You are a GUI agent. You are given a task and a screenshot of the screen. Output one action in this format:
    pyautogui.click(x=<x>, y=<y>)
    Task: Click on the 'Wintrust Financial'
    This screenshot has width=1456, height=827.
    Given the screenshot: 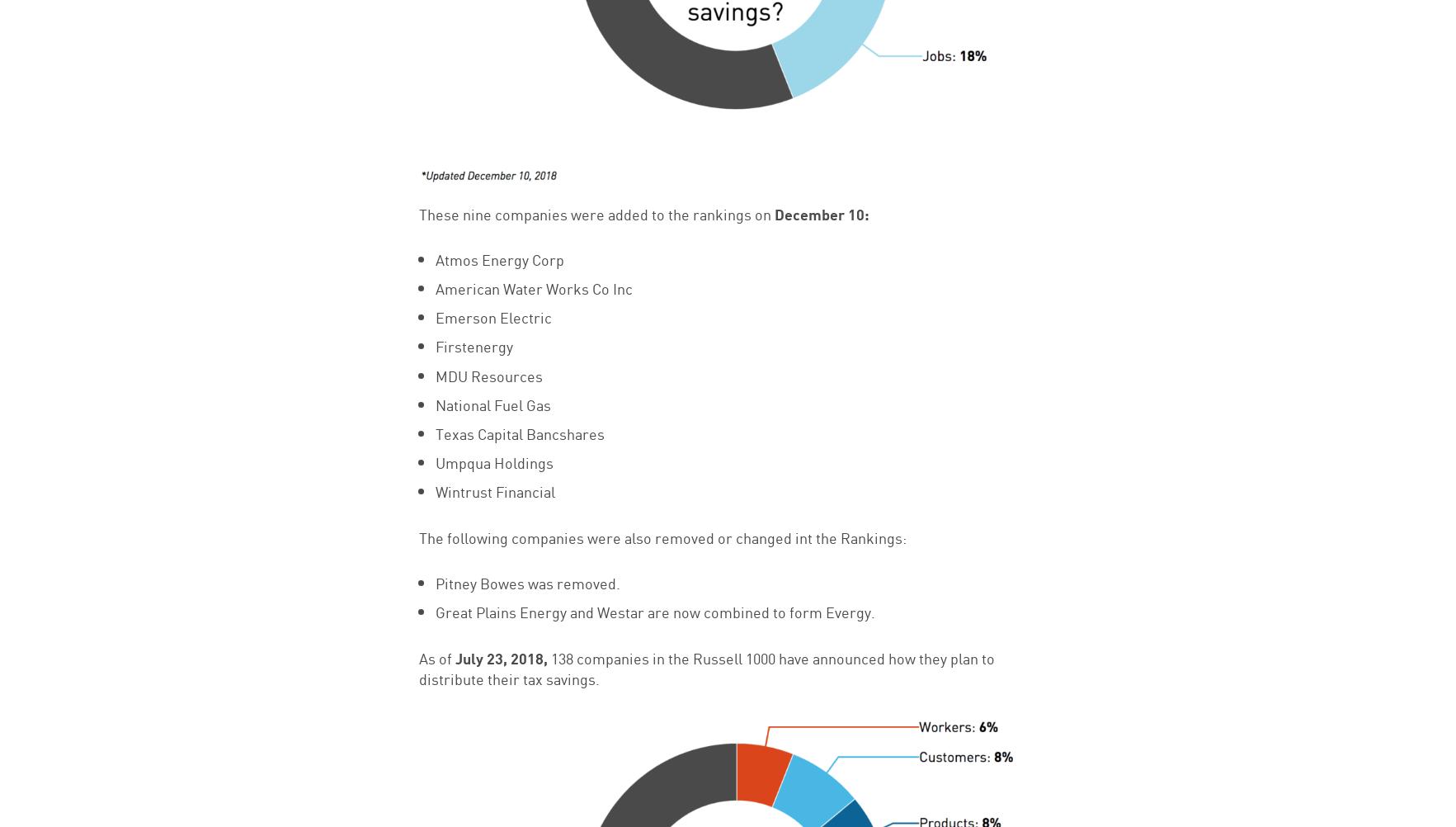 What is the action you would take?
    pyautogui.click(x=493, y=489)
    